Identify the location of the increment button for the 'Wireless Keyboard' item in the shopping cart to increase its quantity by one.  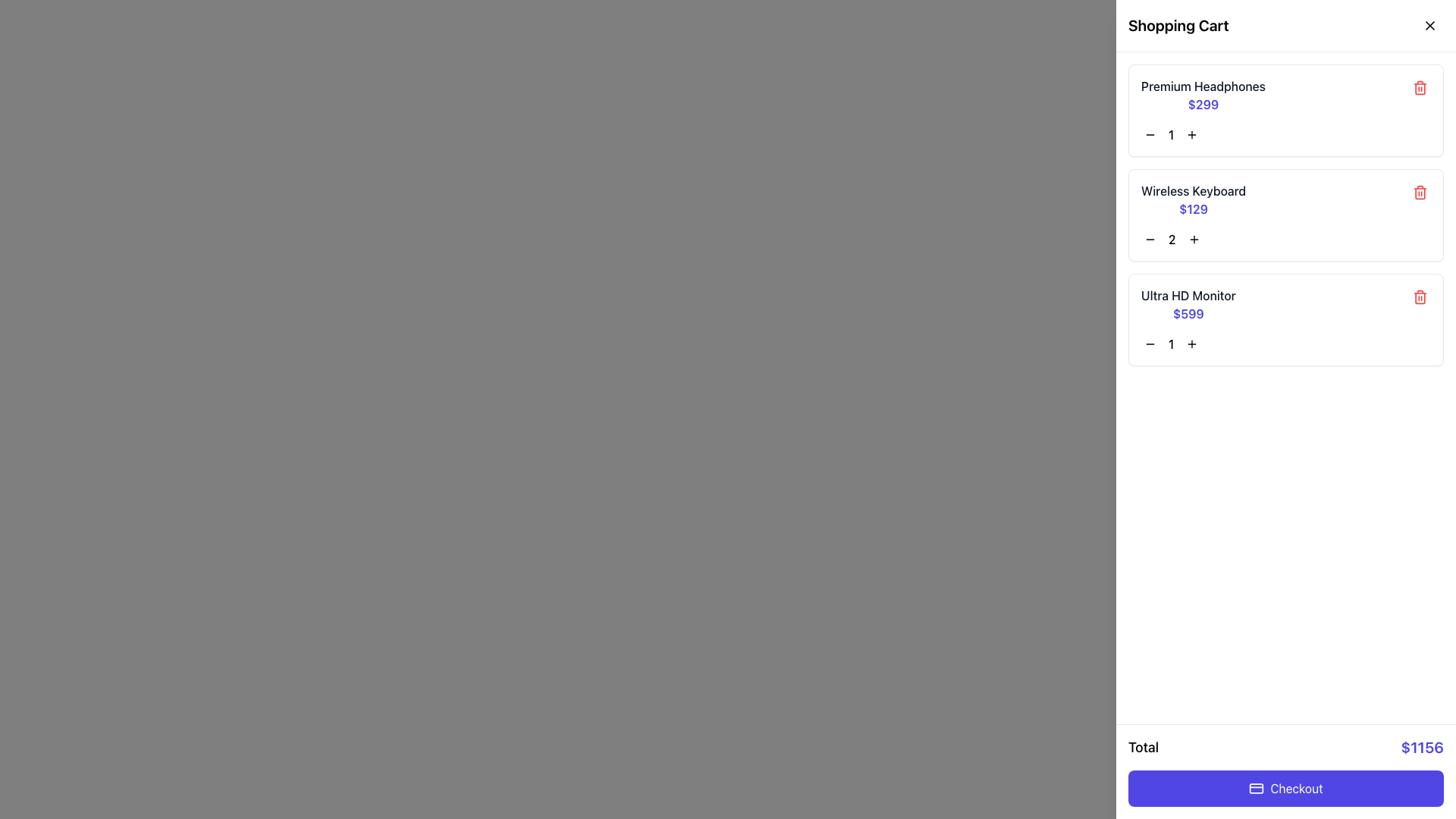
(1193, 239).